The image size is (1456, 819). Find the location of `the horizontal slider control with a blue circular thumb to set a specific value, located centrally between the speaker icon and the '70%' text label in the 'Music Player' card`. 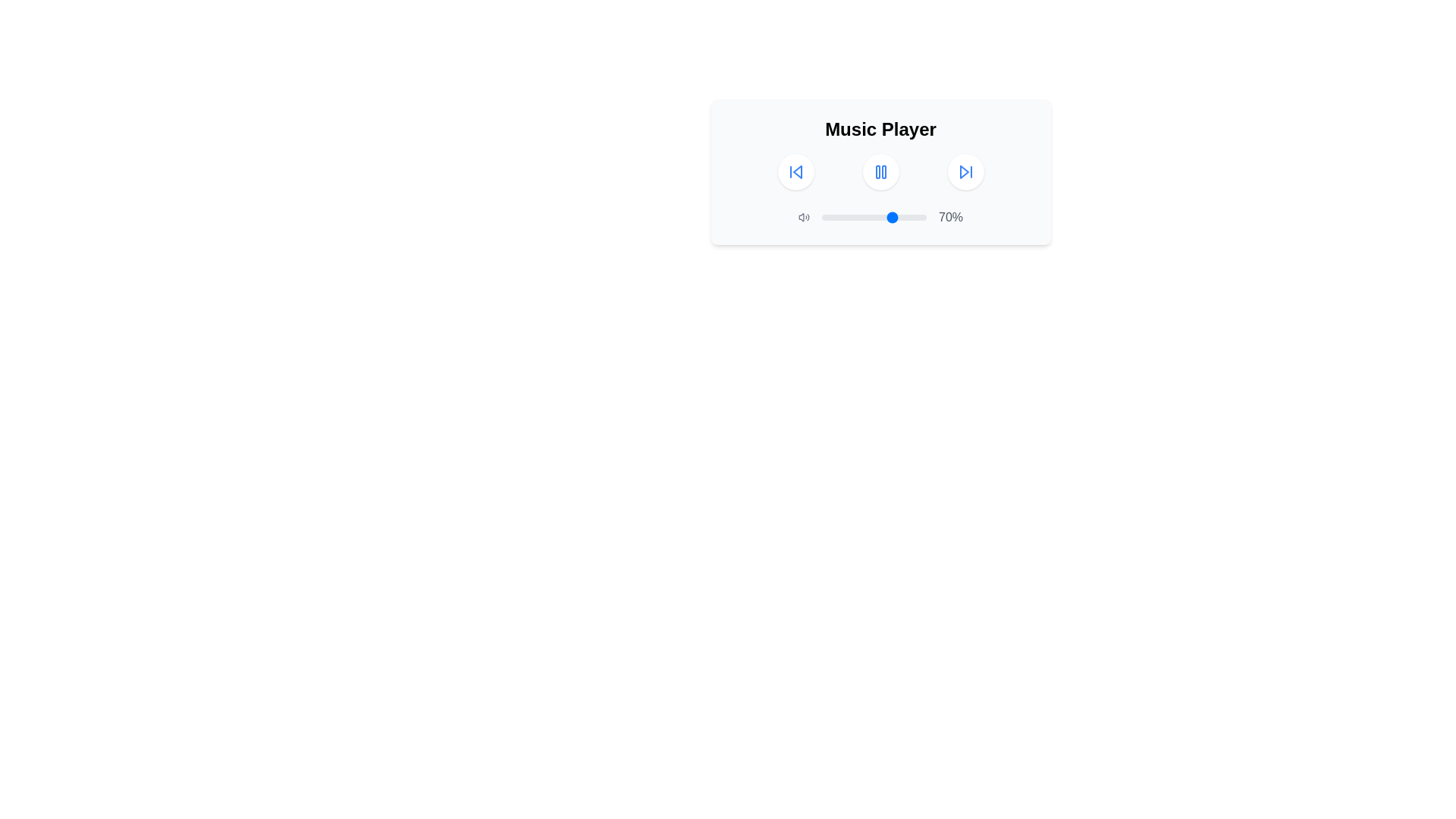

the horizontal slider control with a blue circular thumb to set a specific value, located centrally between the speaker icon and the '70%' text label in the 'Music Player' card is located at coordinates (880, 217).